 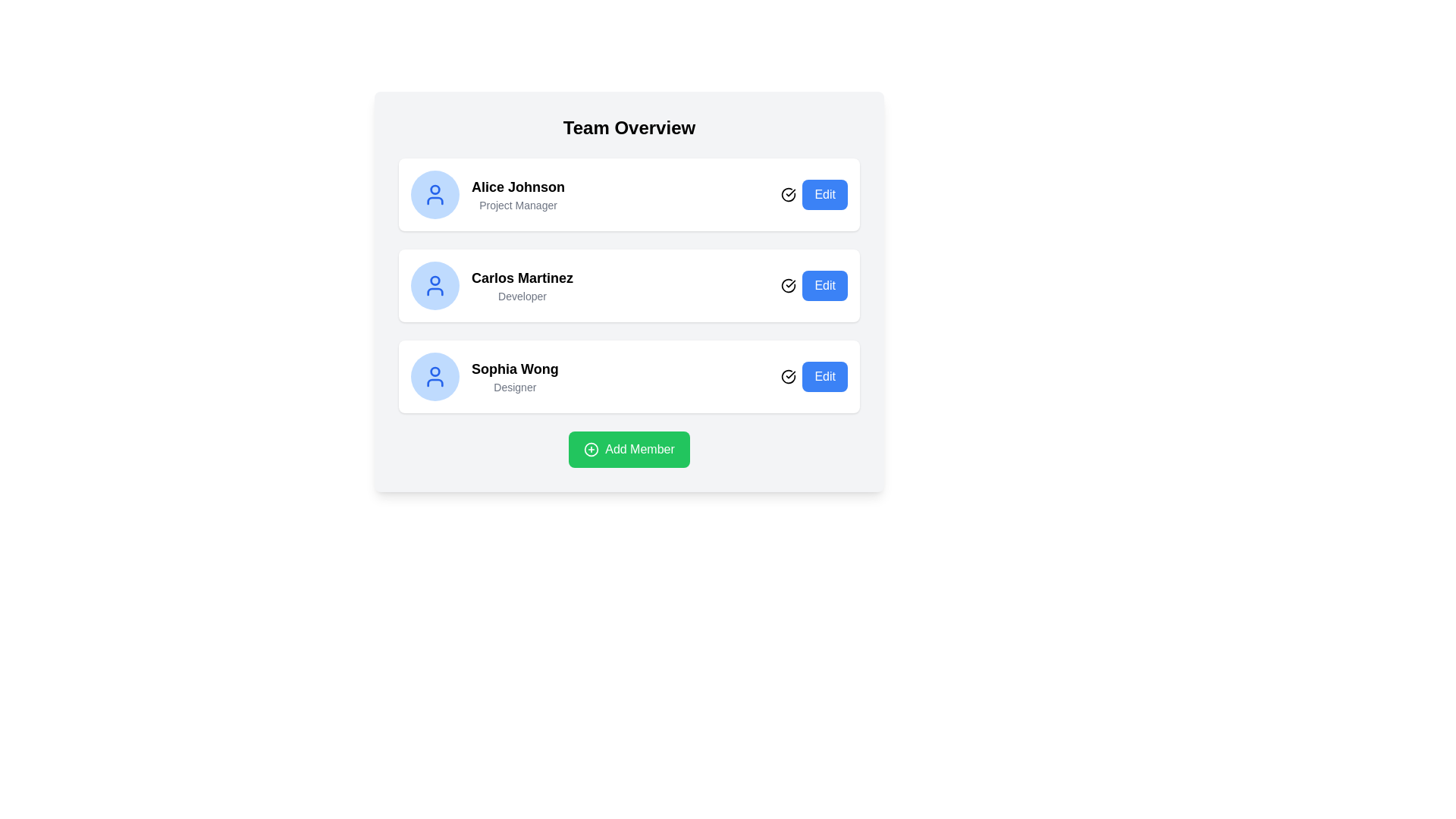 What do you see at coordinates (515, 369) in the screenshot?
I see `the static text label displaying the name 'Sophia Wong' in the user profile list` at bounding box center [515, 369].